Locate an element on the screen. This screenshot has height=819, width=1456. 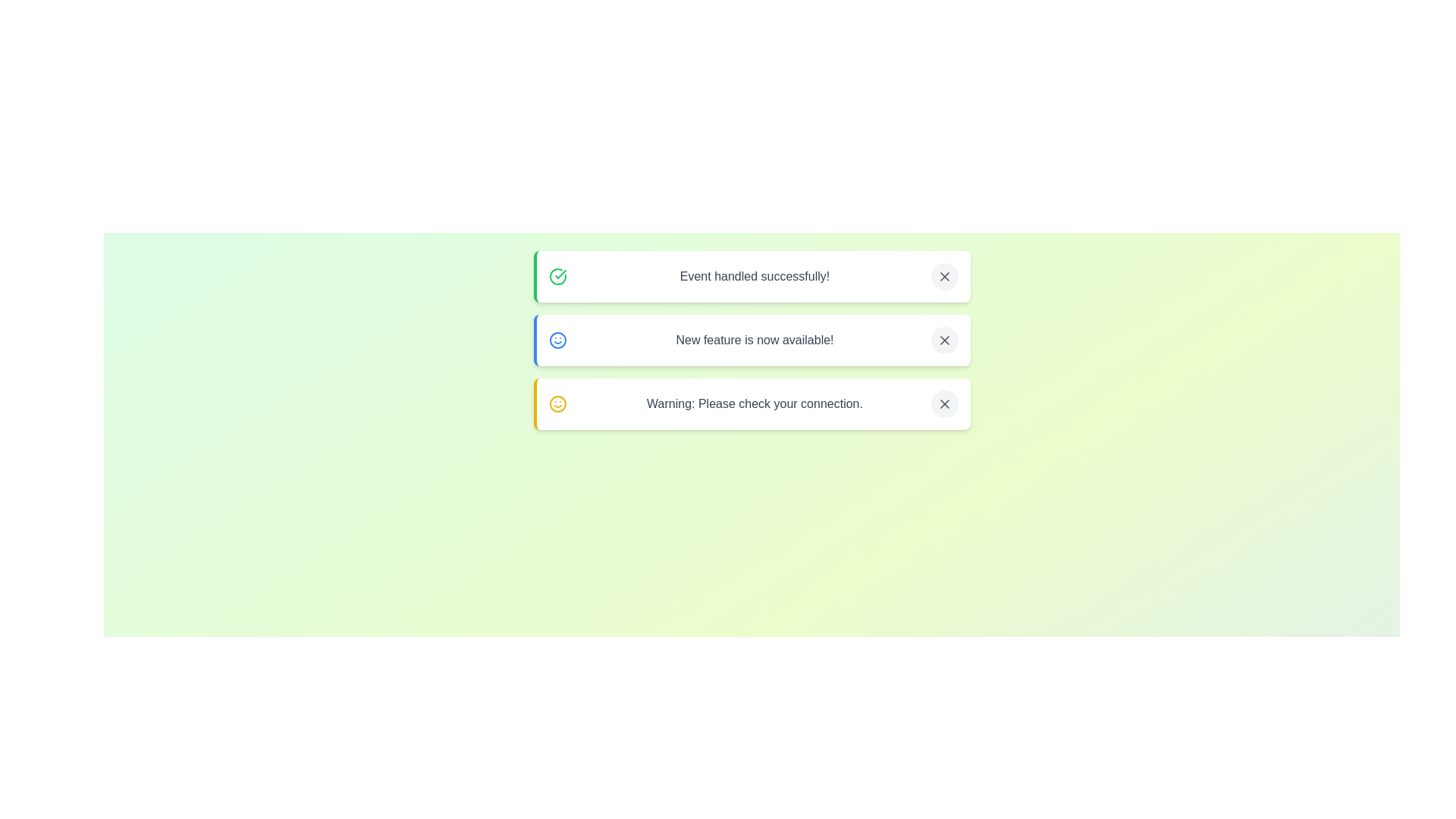
the close button in the top-right corner of the second notification card is located at coordinates (943, 339).